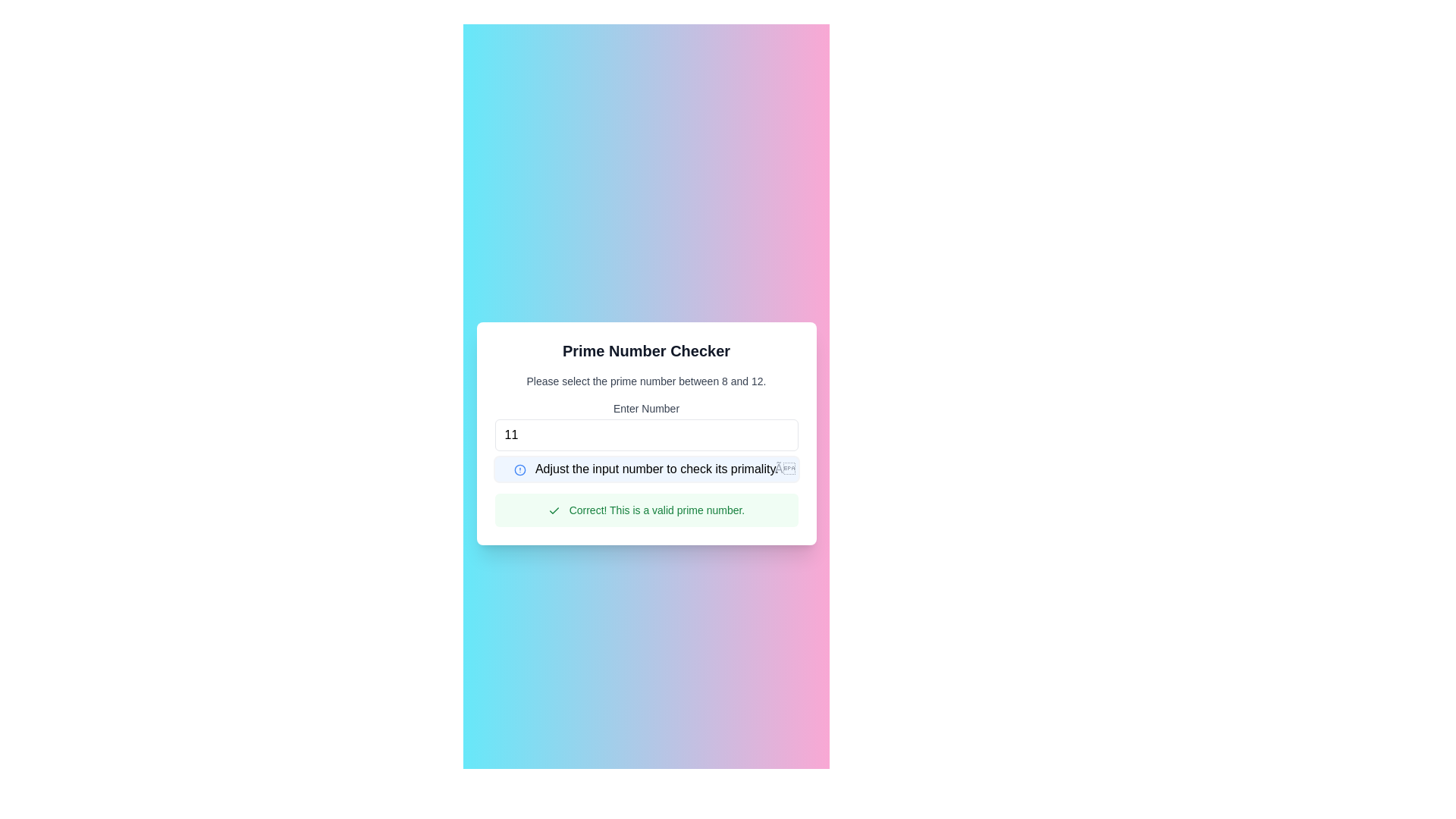  What do you see at coordinates (520, 469) in the screenshot?
I see `the notification icon that indicates alerts related to the feedback message 'Adjust the input number to check its primality'` at bounding box center [520, 469].